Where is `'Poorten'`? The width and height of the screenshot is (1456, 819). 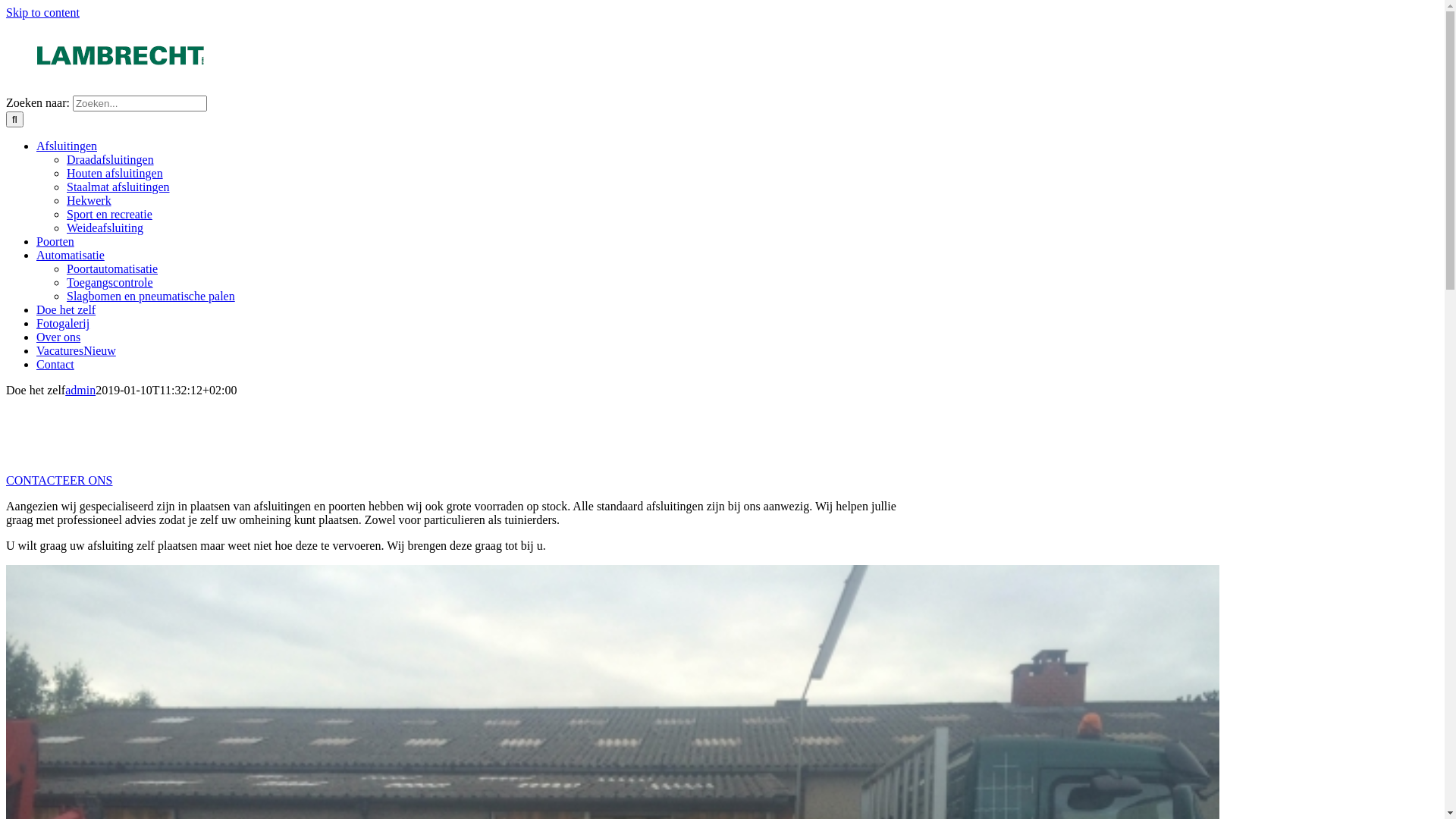 'Poorten' is located at coordinates (55, 240).